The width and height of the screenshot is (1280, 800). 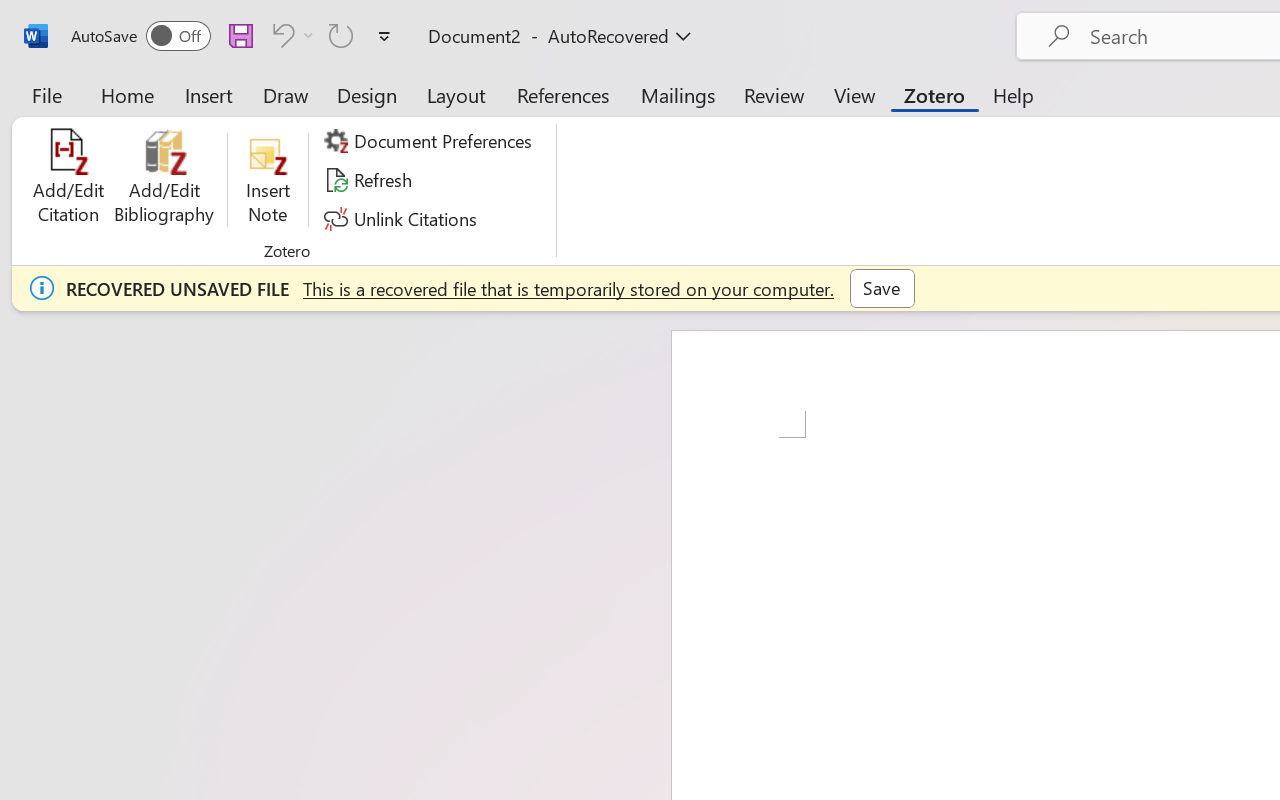 I want to click on 'Add/Edit Citation', so click(x=68, y=179).